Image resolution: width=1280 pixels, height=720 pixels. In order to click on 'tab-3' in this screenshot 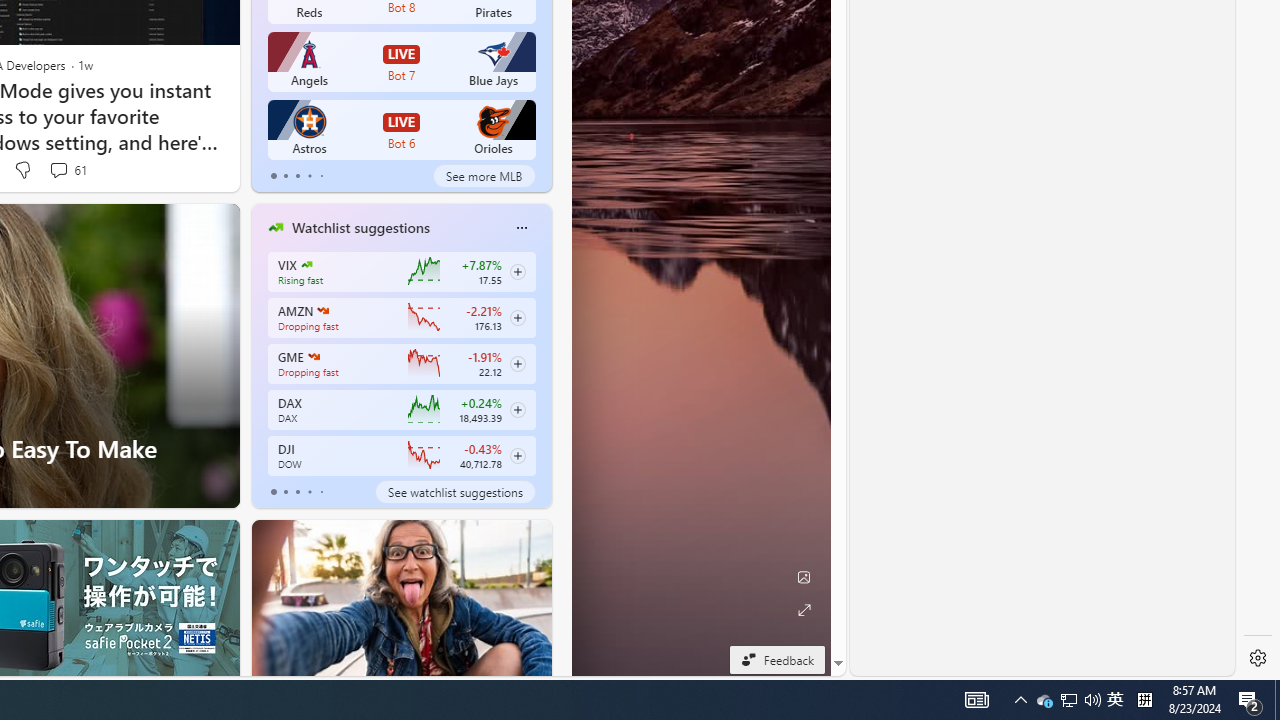, I will do `click(308, 492)`.